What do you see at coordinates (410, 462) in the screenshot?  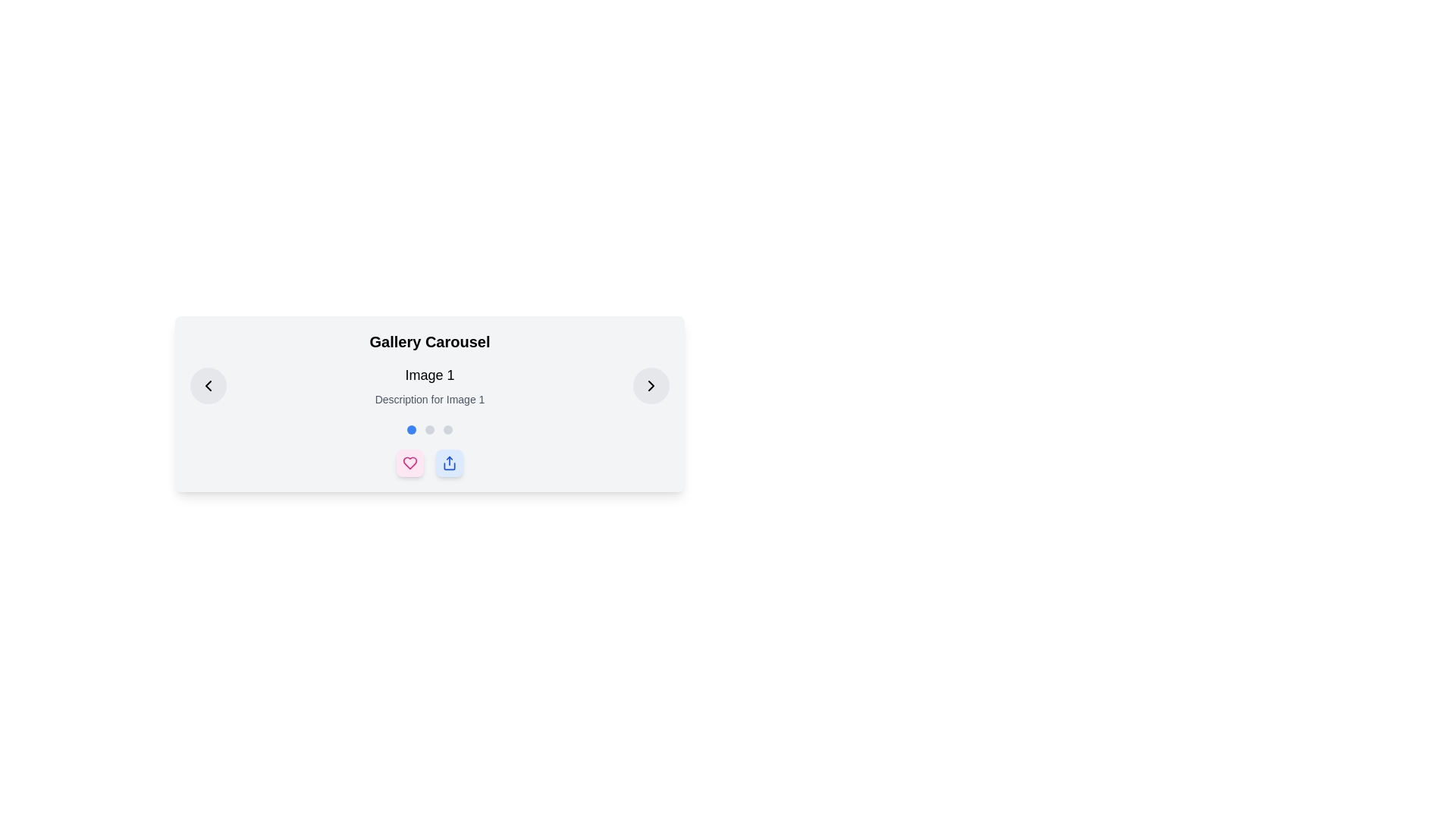 I see `the heart-shaped icon filled with pink color located at the bottom section of the interface` at bounding box center [410, 462].